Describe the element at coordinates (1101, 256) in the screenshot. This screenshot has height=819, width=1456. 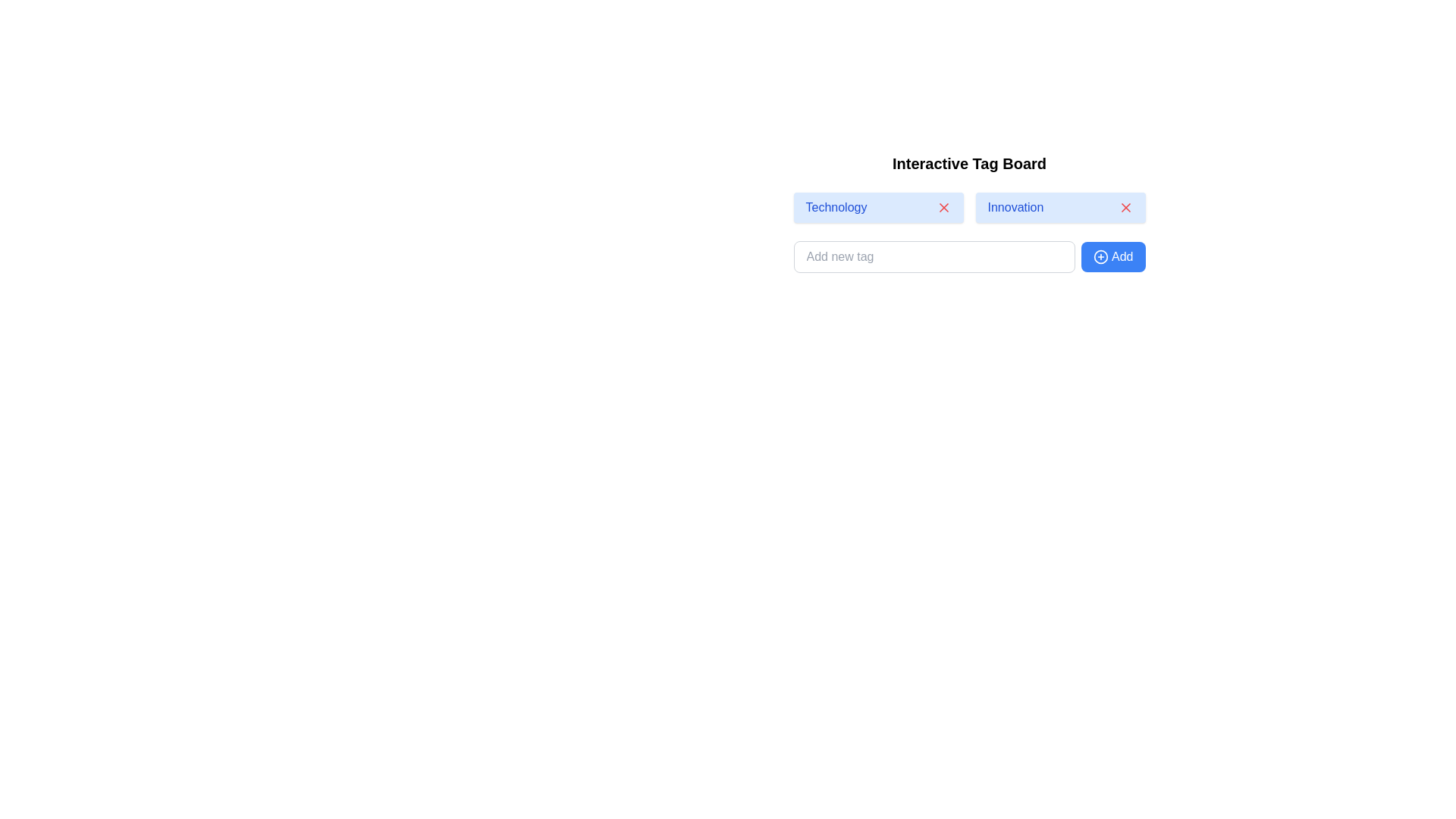
I see `the leftmost icon of the 'Add' button` at that location.